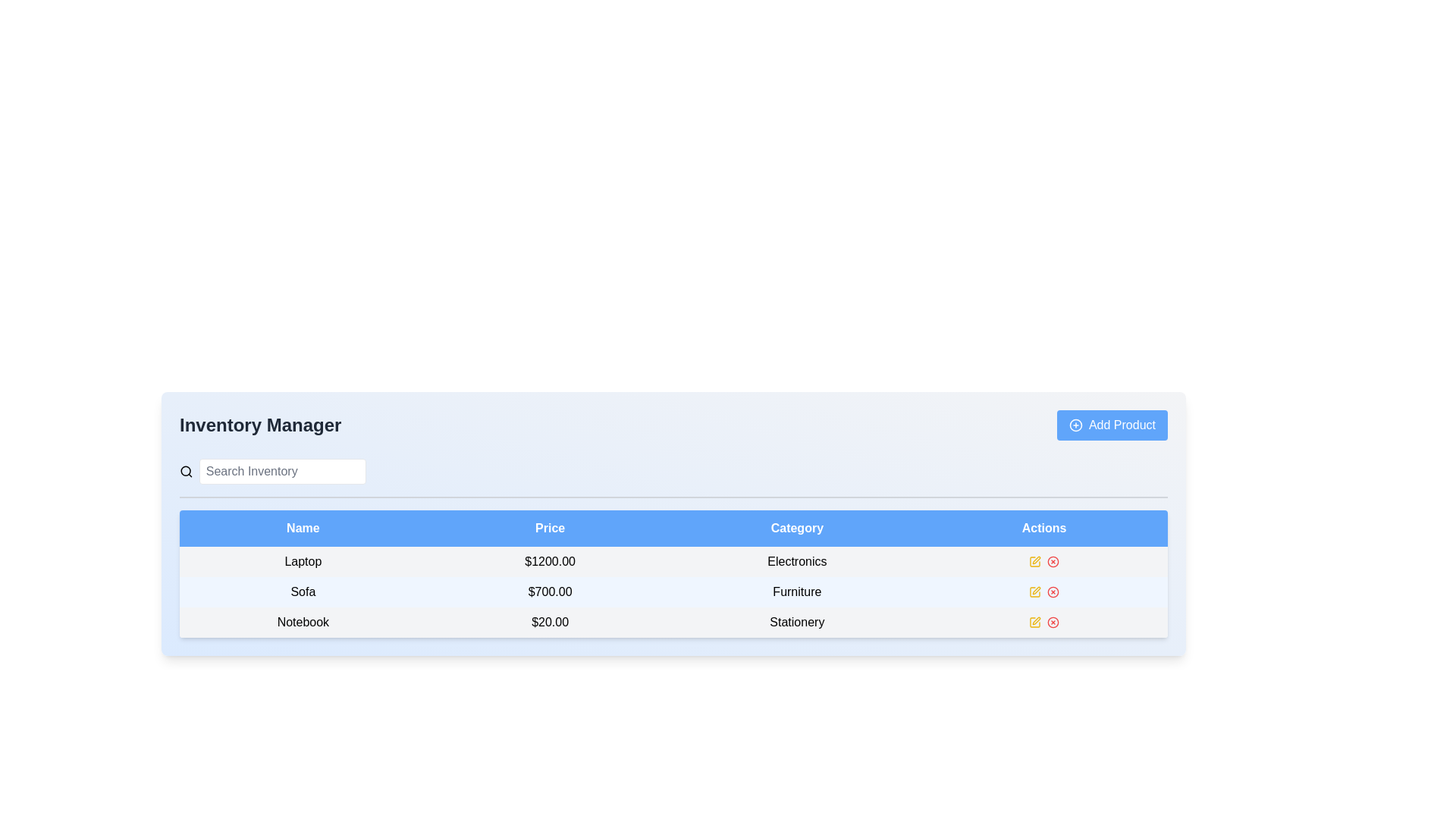 The image size is (1456, 819). What do you see at coordinates (1034, 623) in the screenshot?
I see `the rectangular icon resembling a pen inside a square, located in the 'Actions' column of the last row of the table for the 'Notebook' row` at bounding box center [1034, 623].